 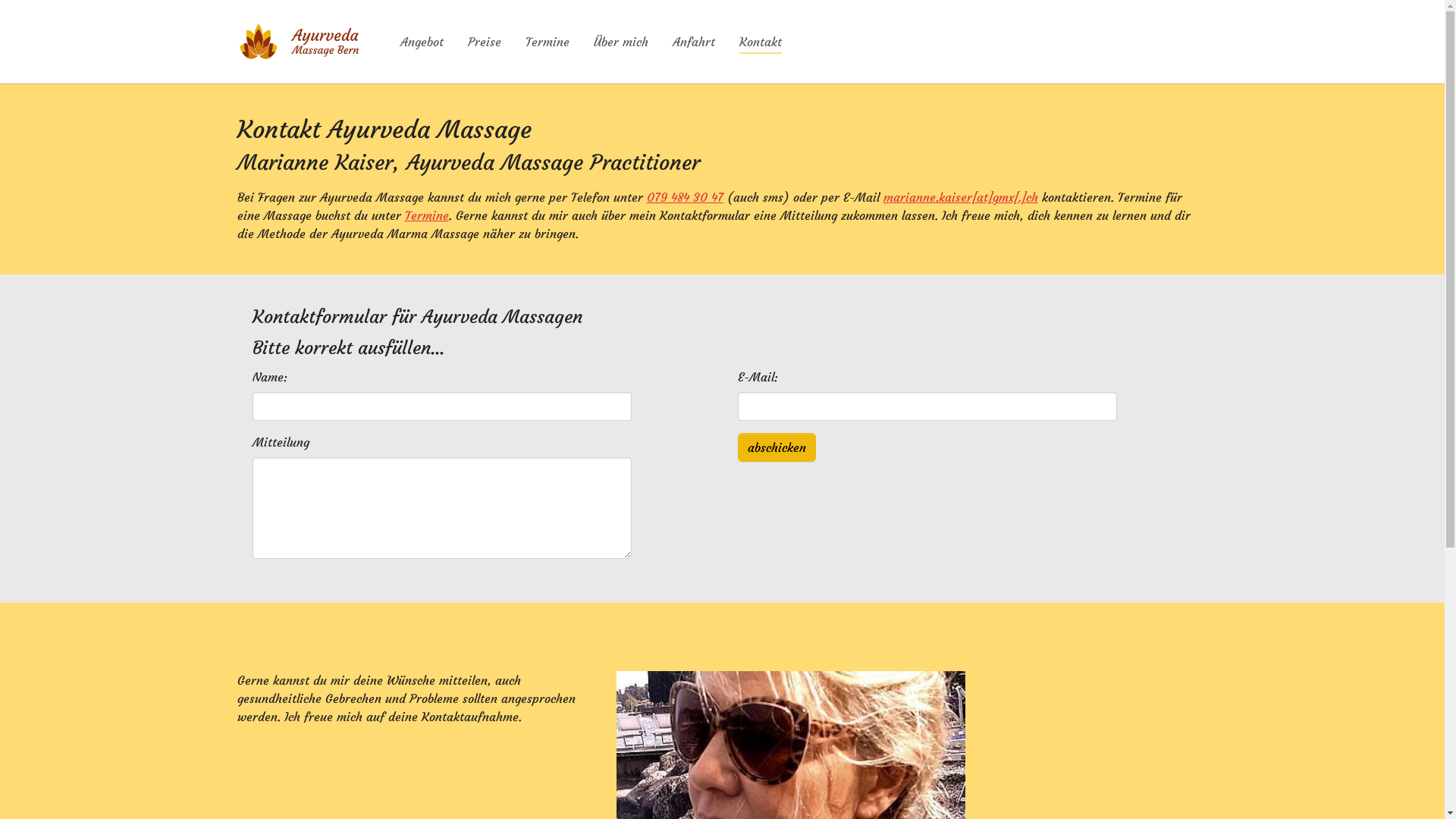 I want to click on 'Termine', so click(x=425, y=215).